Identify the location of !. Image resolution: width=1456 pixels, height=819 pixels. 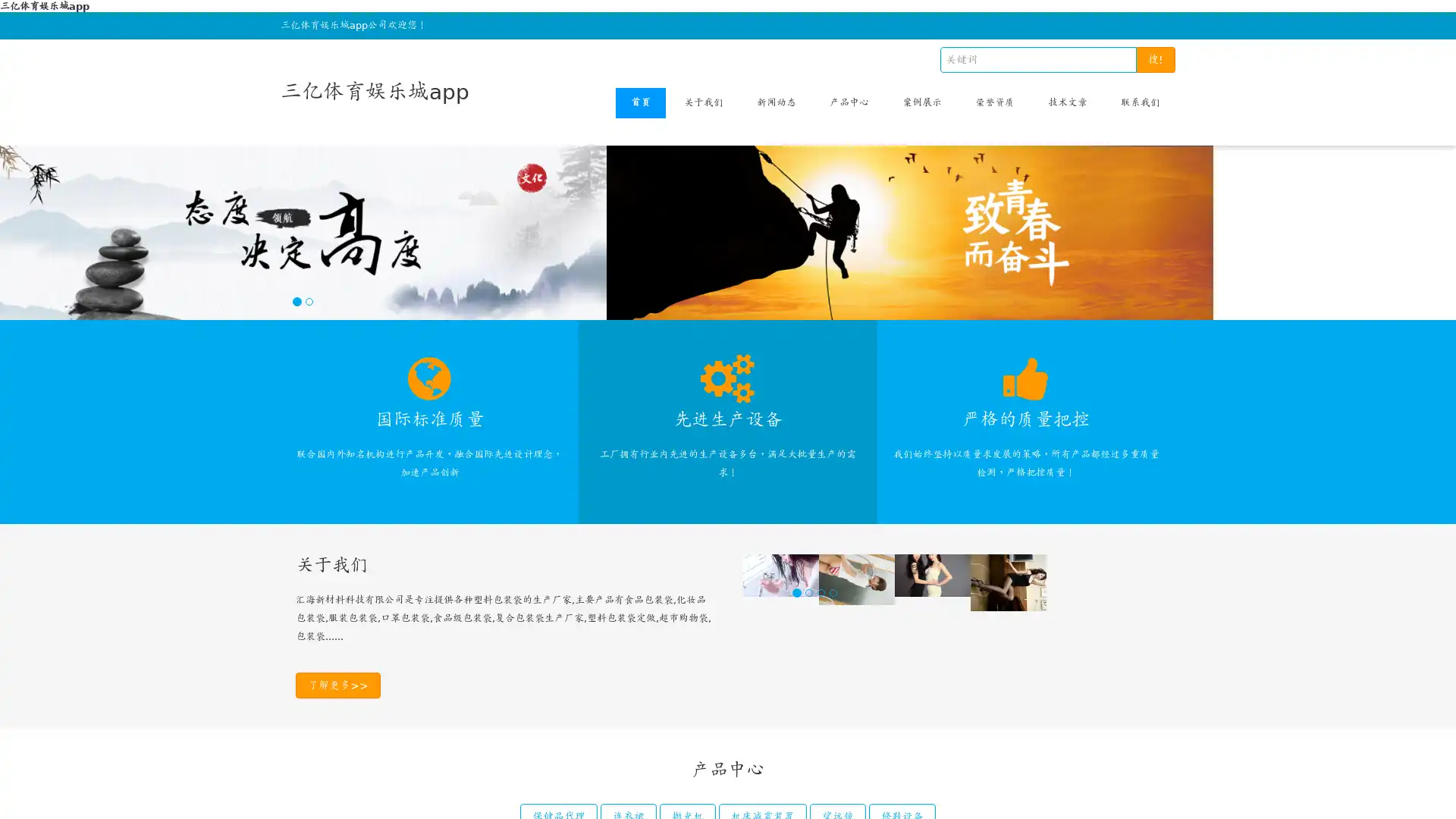
(1155, 58).